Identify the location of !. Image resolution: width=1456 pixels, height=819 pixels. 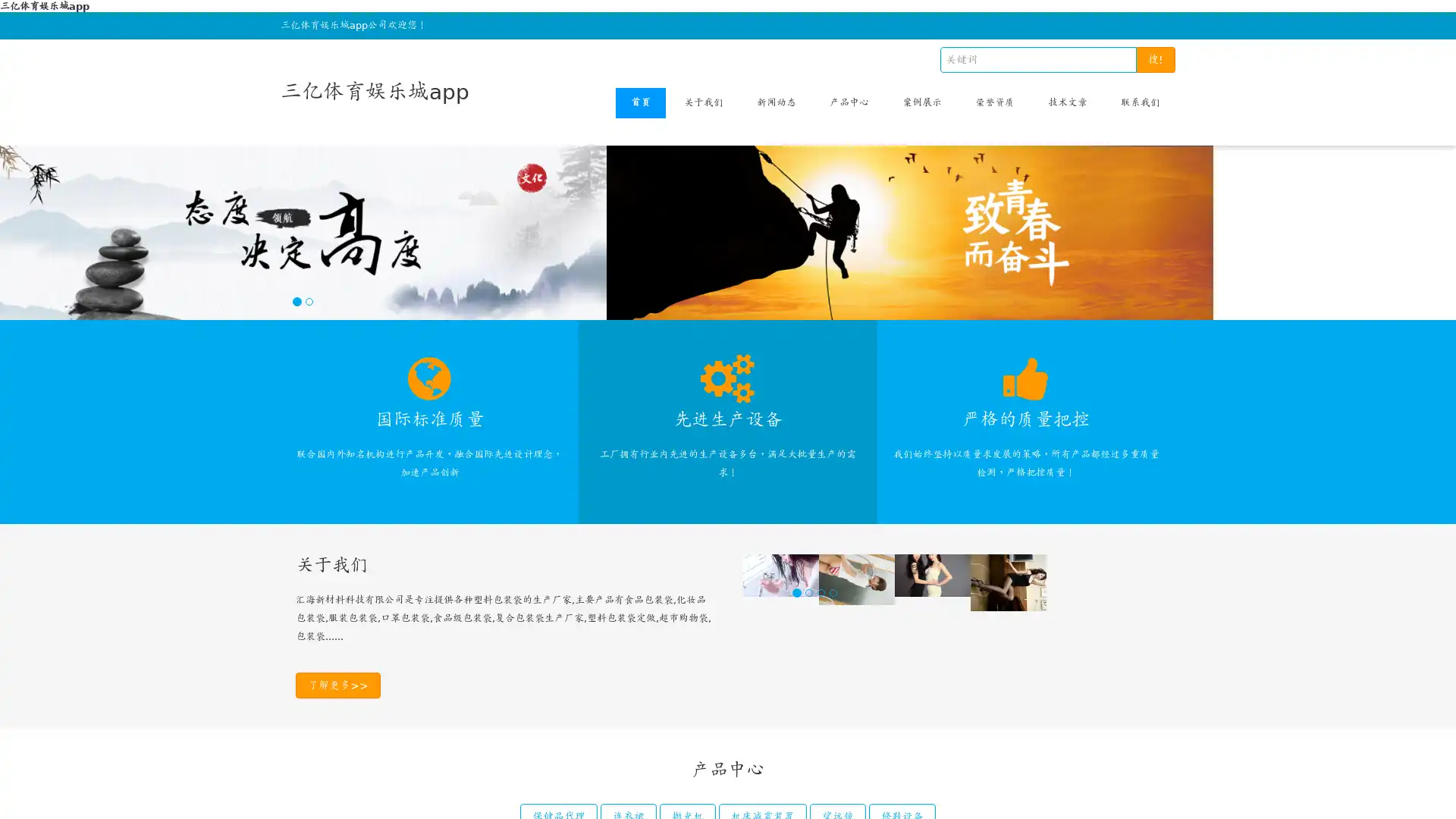
(1155, 58).